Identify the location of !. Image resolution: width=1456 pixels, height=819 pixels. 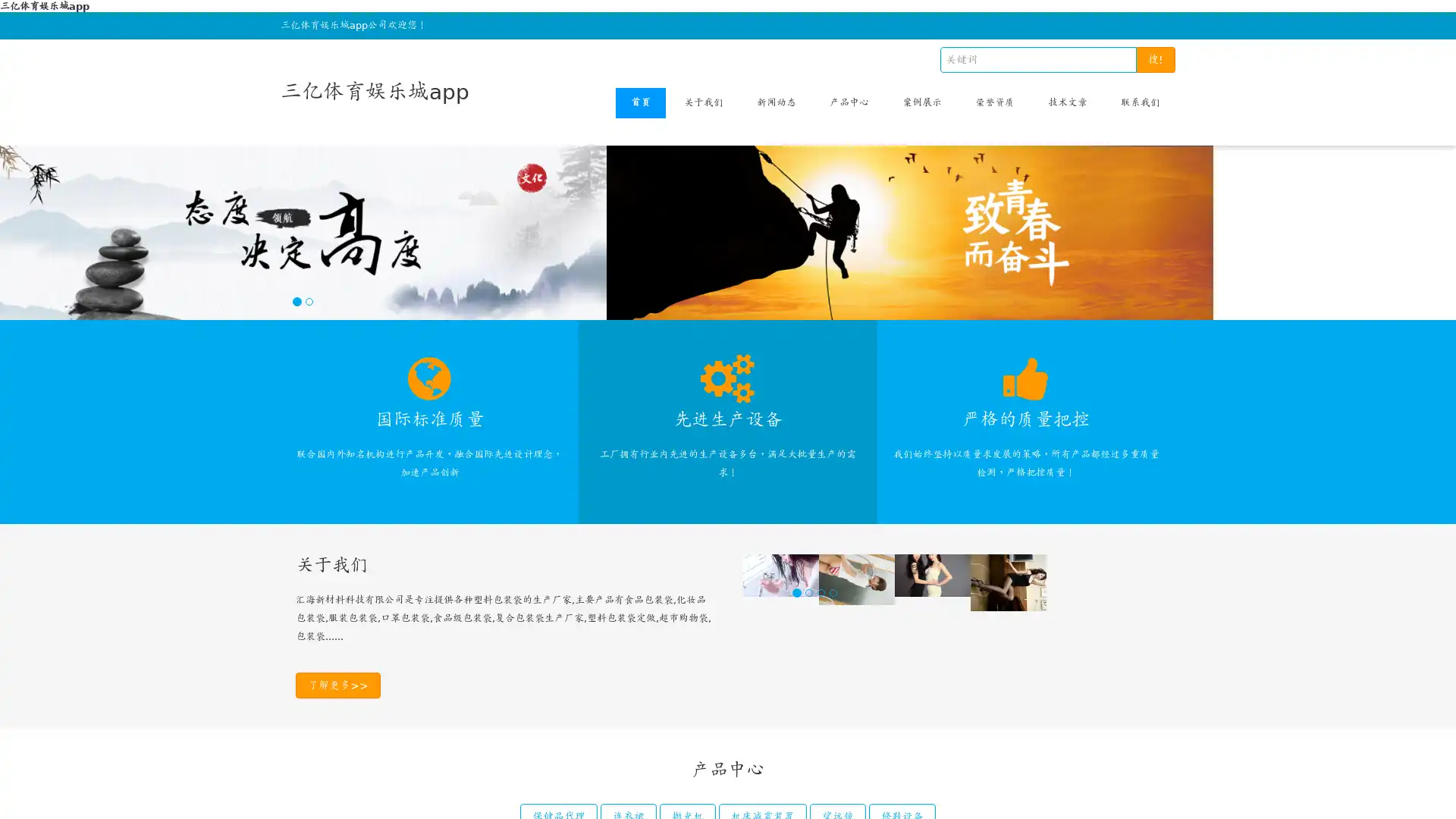
(1155, 58).